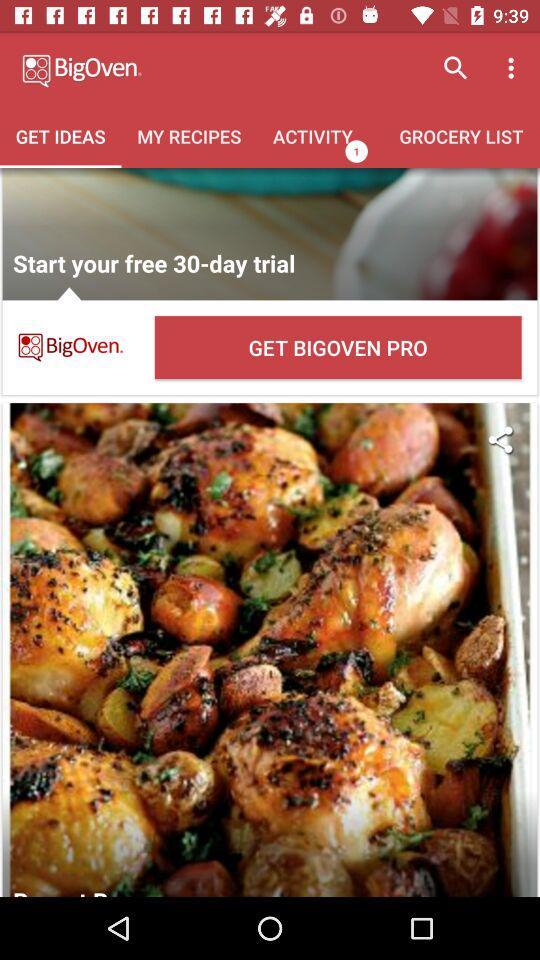  What do you see at coordinates (270, 234) in the screenshot?
I see `information bar` at bounding box center [270, 234].